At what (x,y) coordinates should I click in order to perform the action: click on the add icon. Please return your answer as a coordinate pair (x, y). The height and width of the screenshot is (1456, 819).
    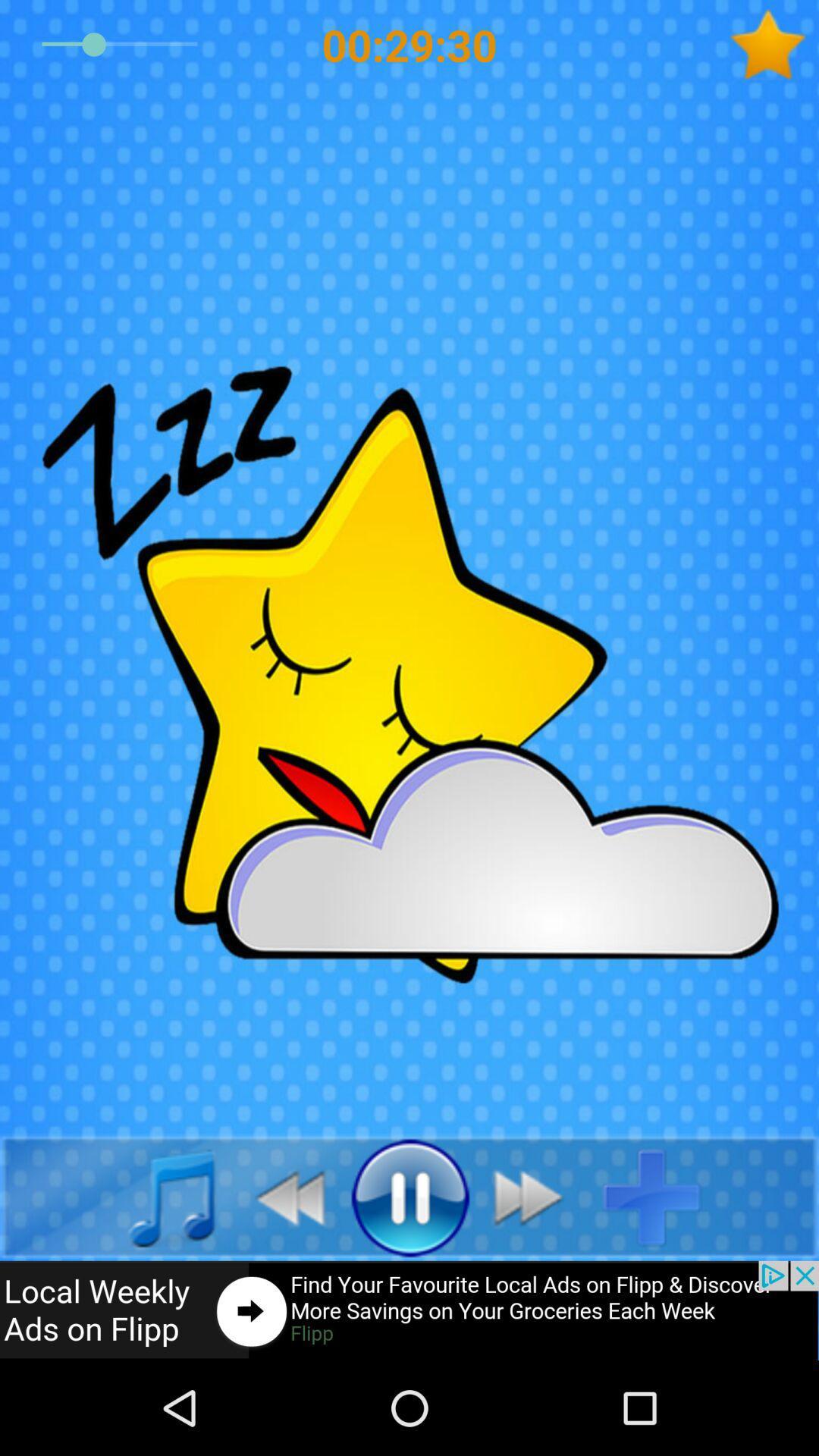
    Looking at the image, I should click on (663, 1196).